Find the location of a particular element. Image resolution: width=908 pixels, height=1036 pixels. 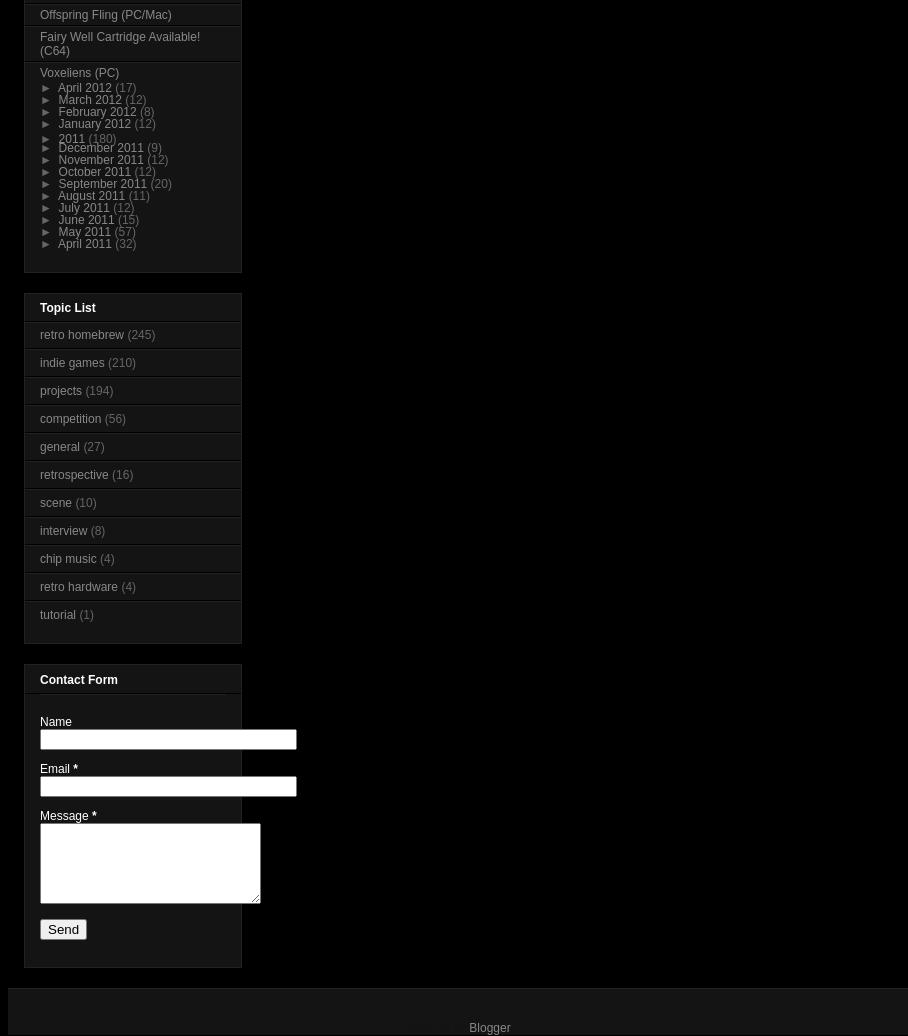

'(210)' is located at coordinates (122, 363).